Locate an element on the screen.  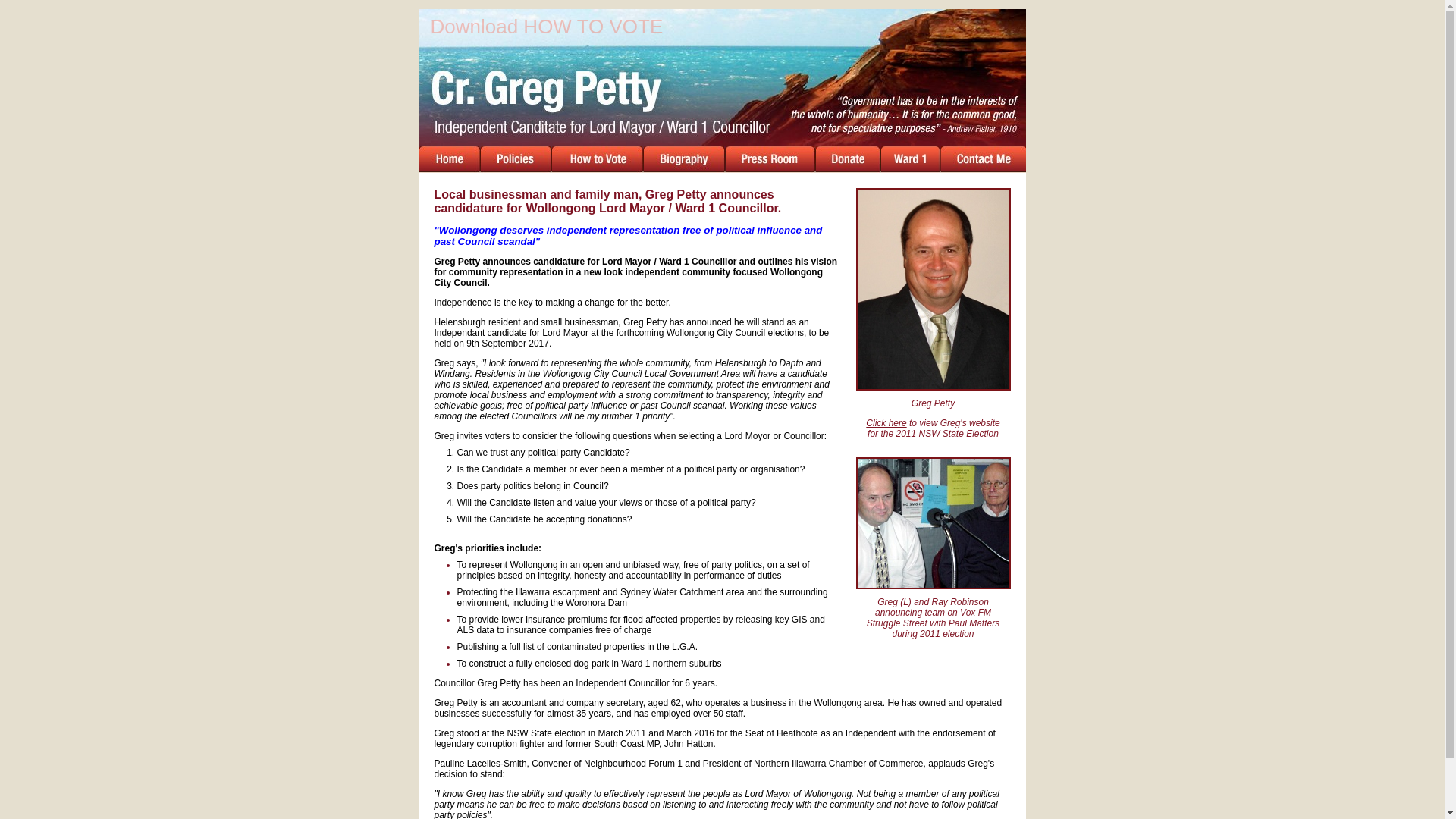
'Download HOW TO VOTE' is located at coordinates (546, 27).